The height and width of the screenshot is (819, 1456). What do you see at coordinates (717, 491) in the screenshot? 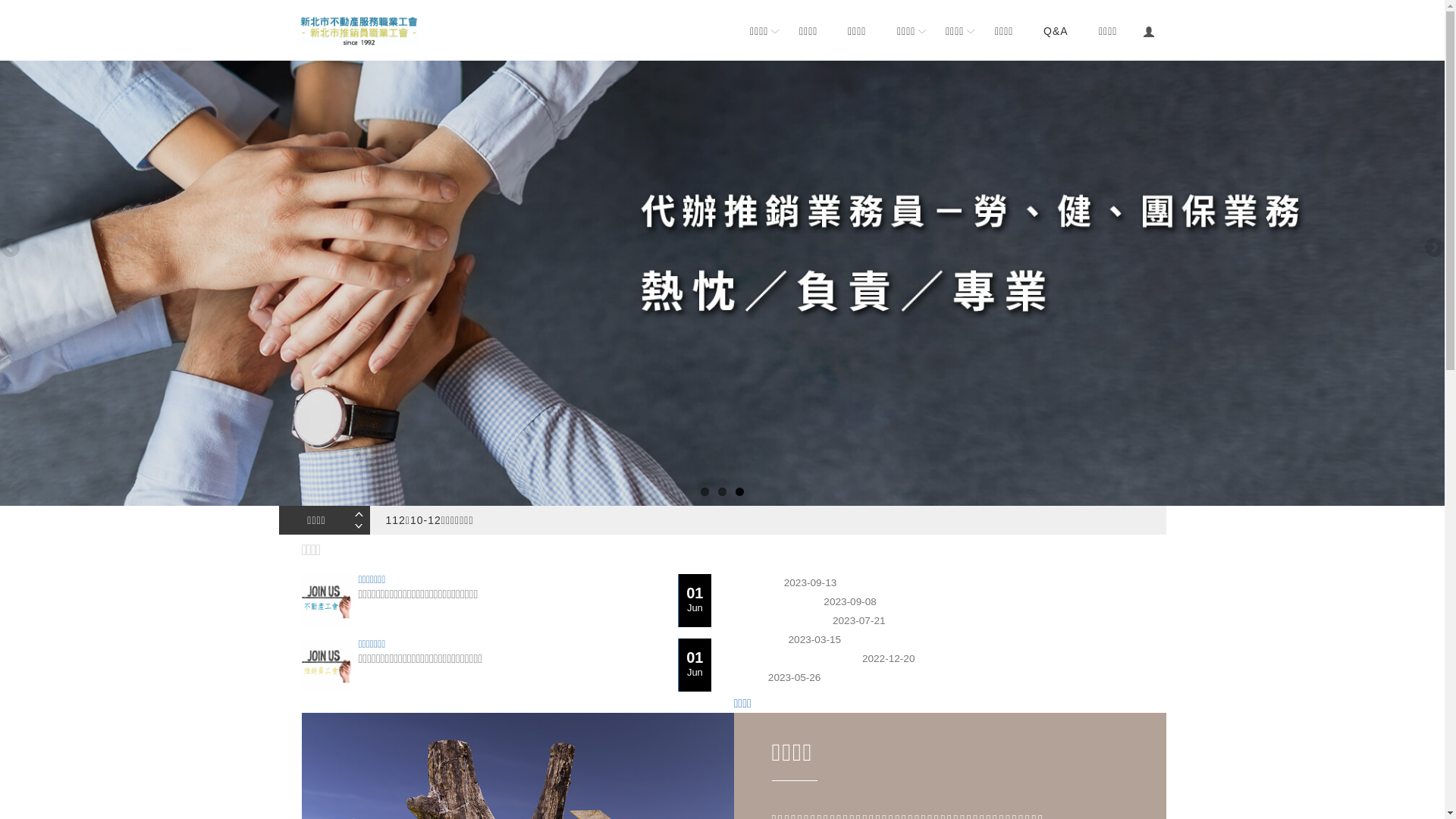
I see `'2'` at bounding box center [717, 491].